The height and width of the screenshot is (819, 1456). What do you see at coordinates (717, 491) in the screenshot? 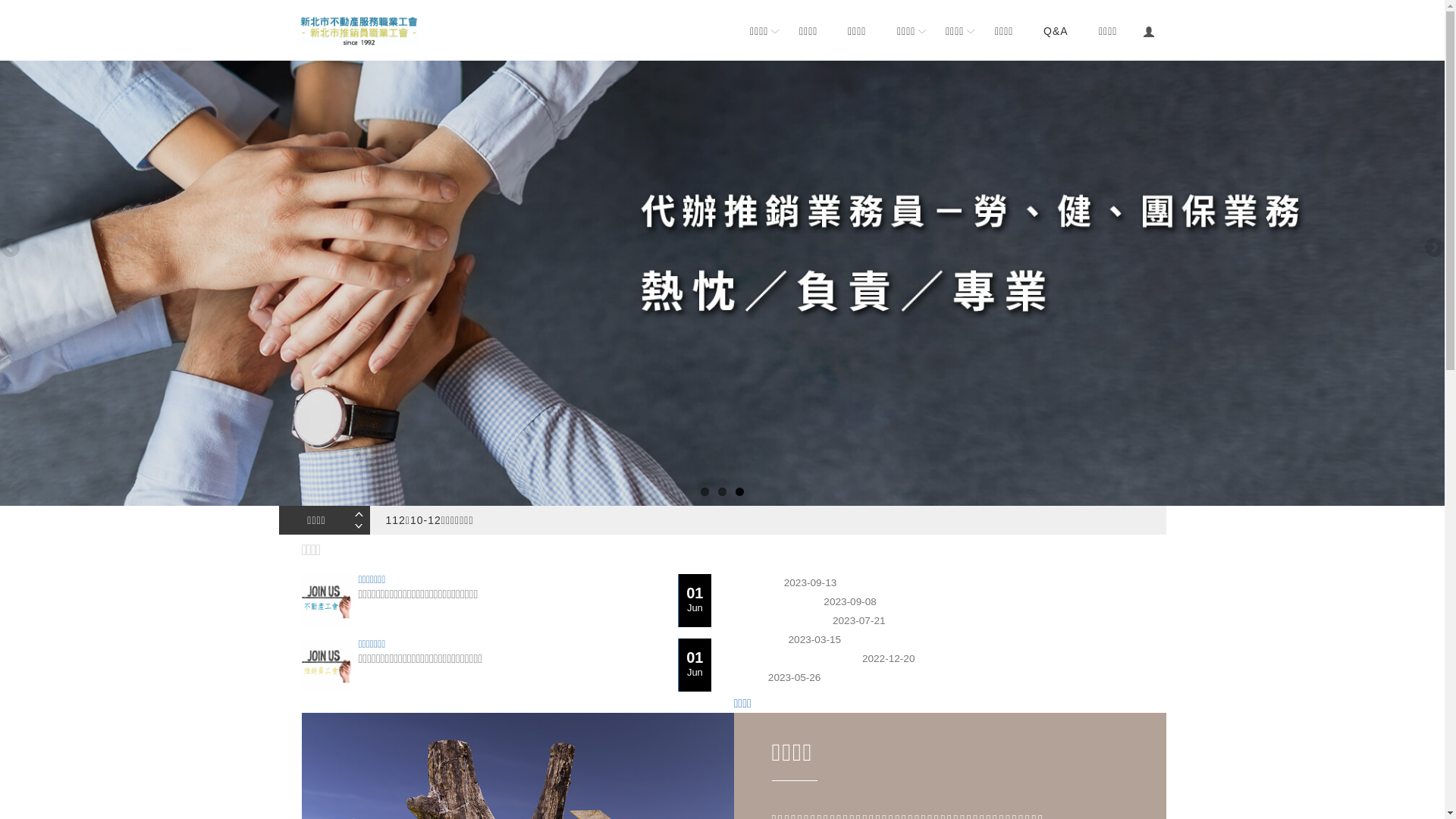
I see `'2'` at bounding box center [717, 491].